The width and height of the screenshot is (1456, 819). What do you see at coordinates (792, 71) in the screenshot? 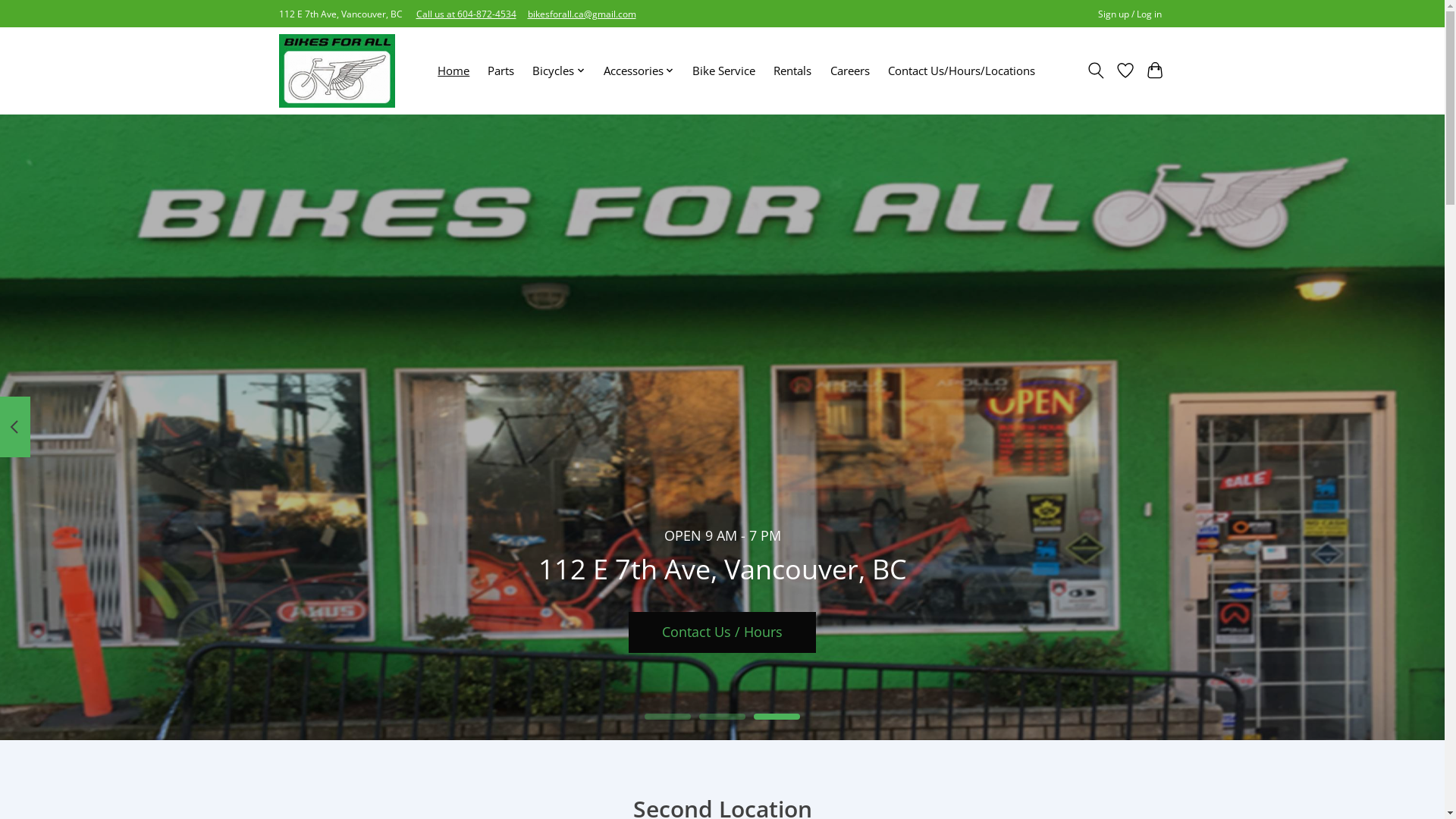
I see `'Rentals'` at bounding box center [792, 71].